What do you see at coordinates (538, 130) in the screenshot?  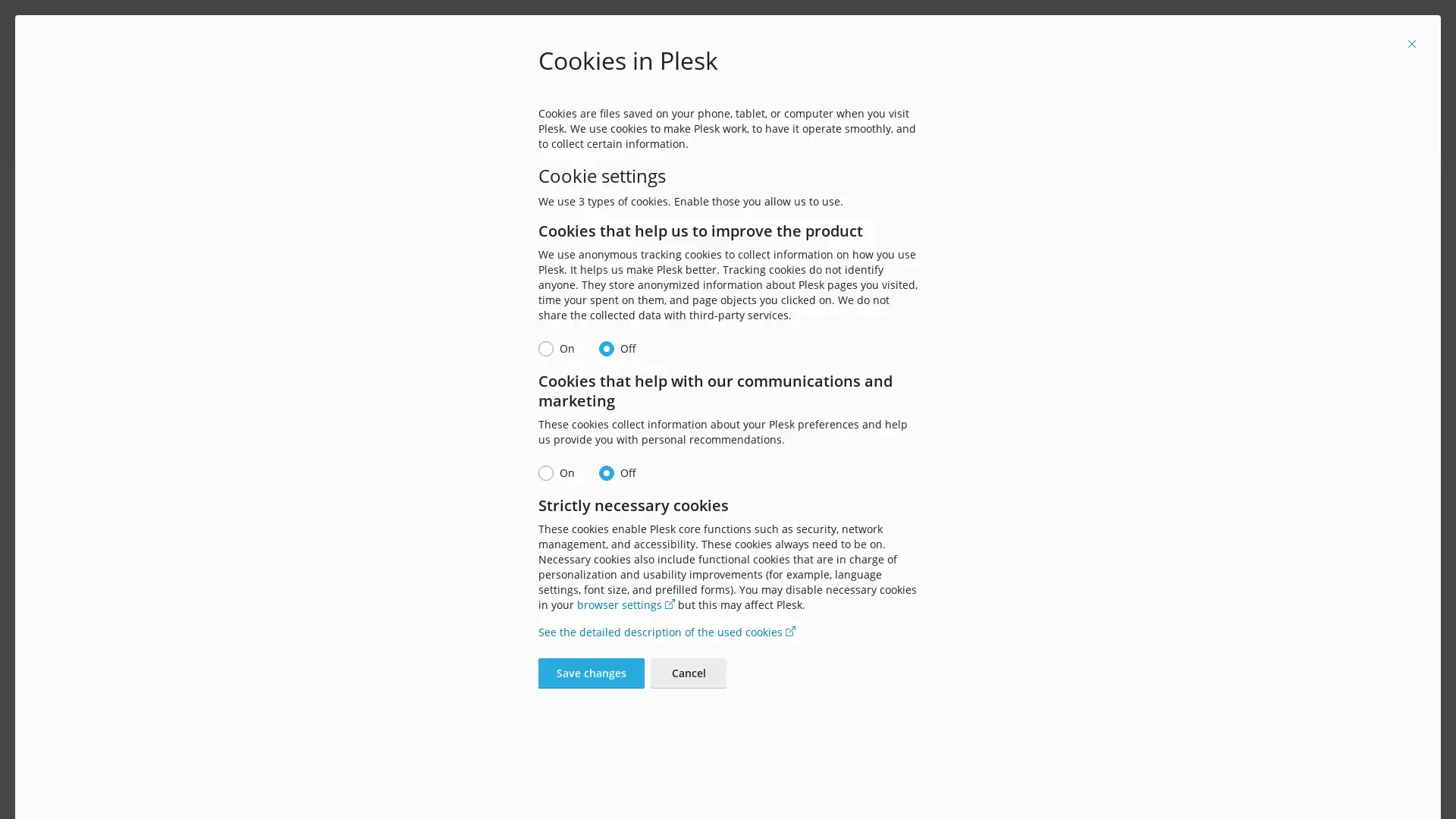 I see `Accept all cookies` at bounding box center [538, 130].